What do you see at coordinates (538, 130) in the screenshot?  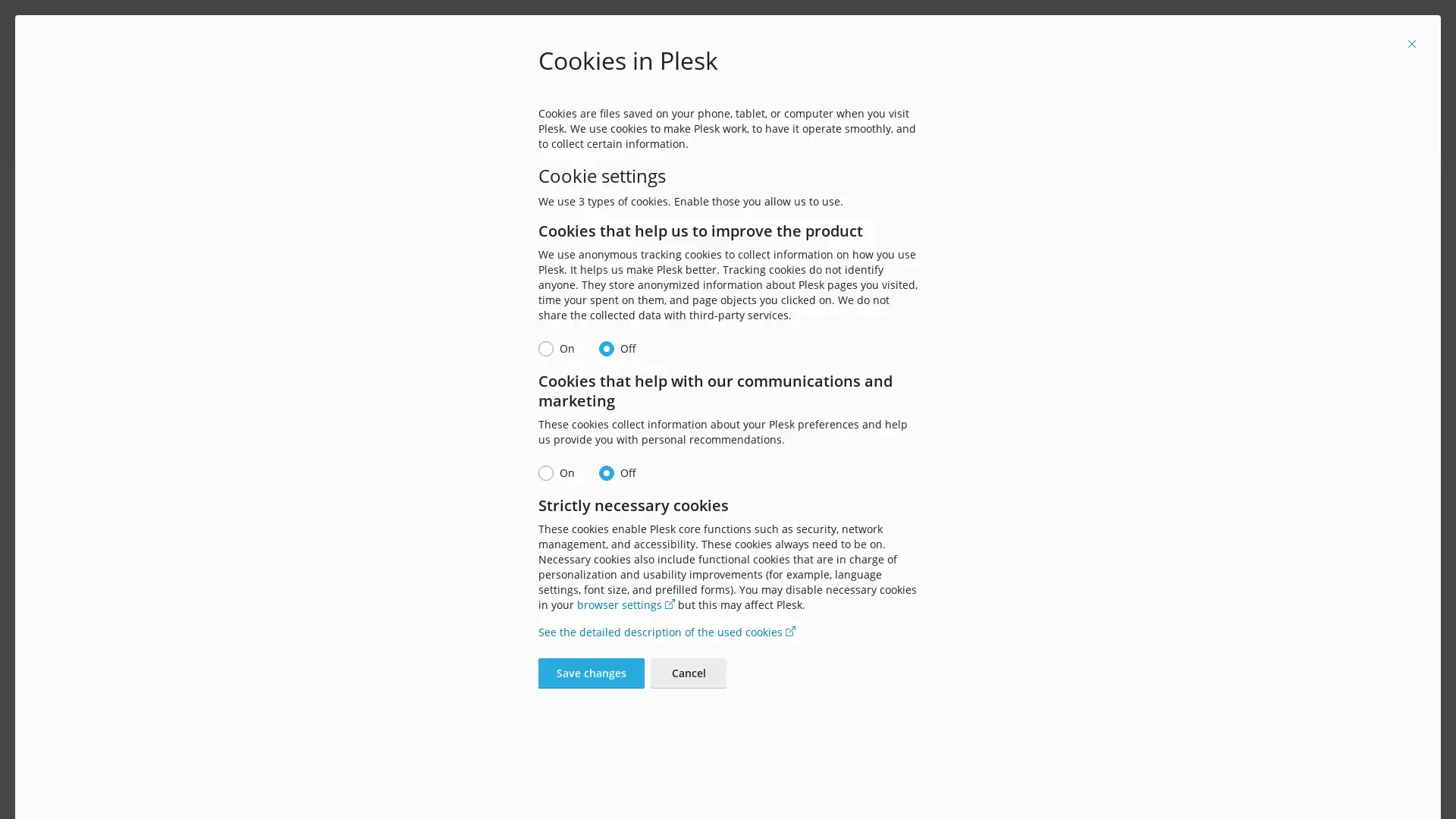 I see `Accept all cookies` at bounding box center [538, 130].